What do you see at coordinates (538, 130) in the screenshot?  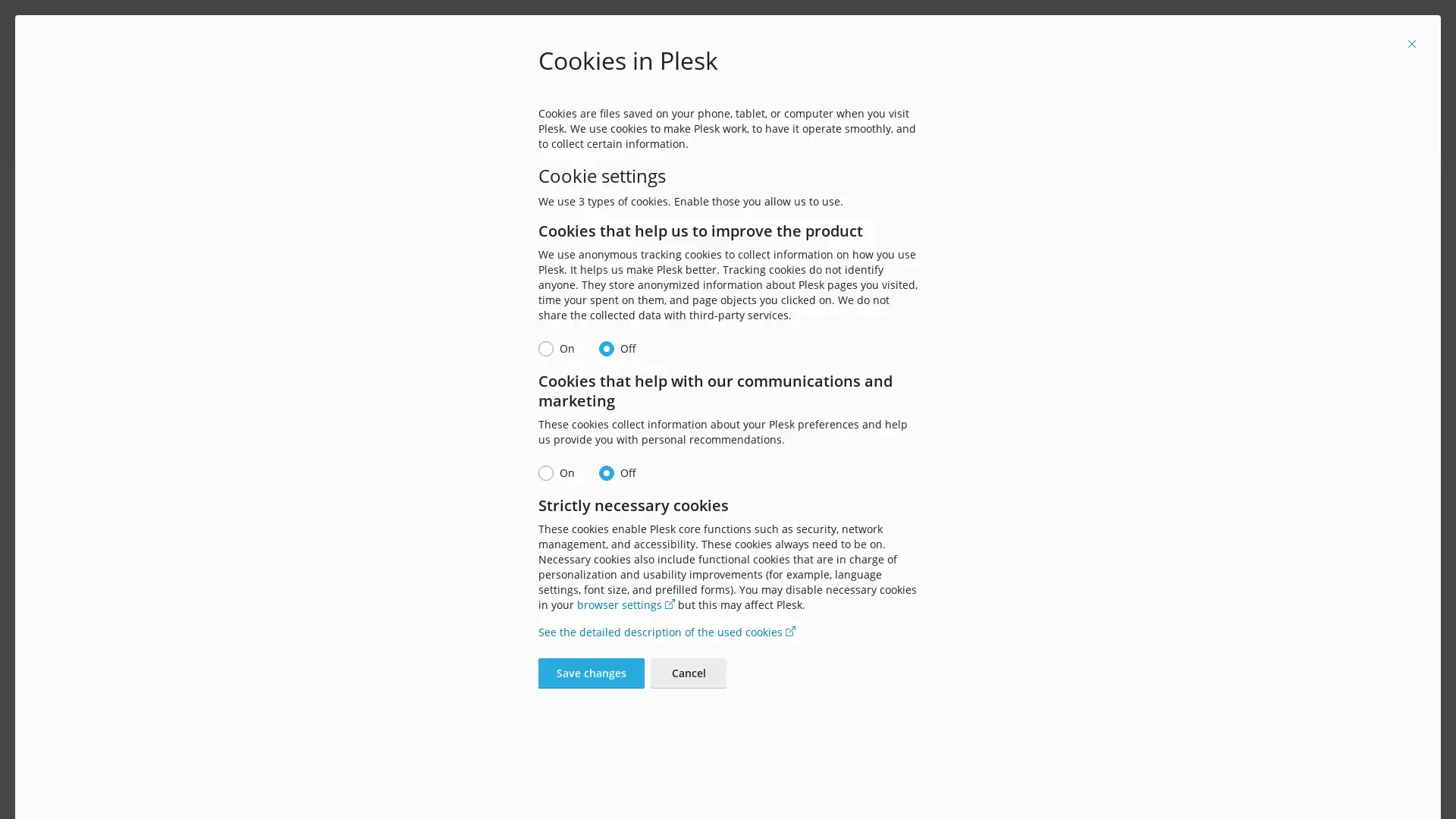 I see `Accept all cookies` at bounding box center [538, 130].